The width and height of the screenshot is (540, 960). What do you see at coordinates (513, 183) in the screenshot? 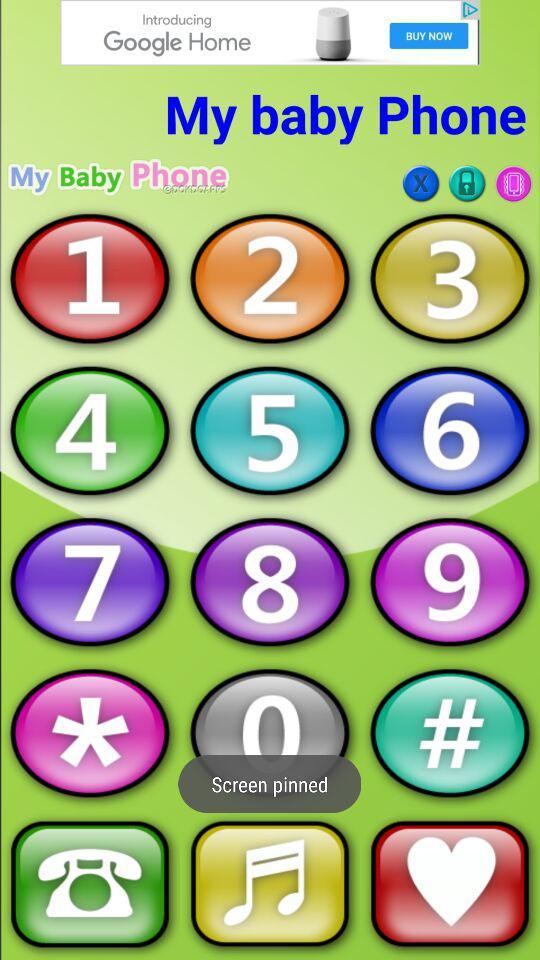
I see `vibration` at bounding box center [513, 183].